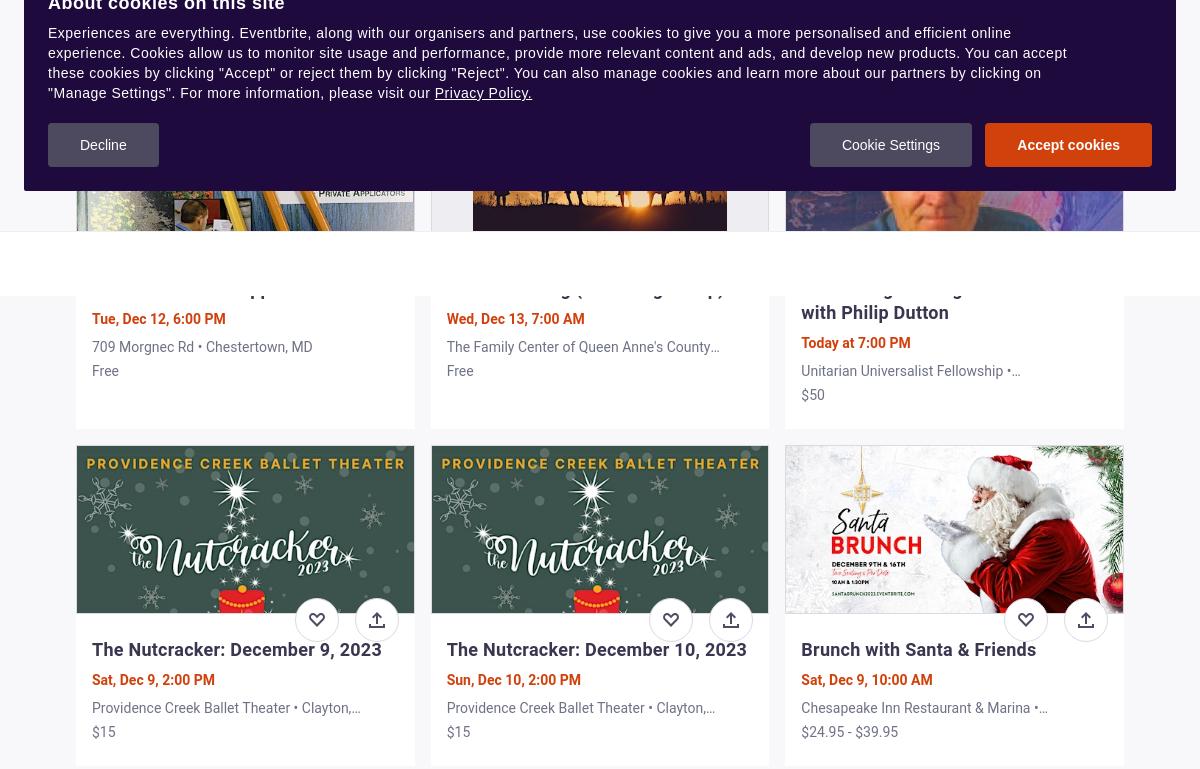 The image size is (1200, 769). I want to click on '$24.95 - $39.95', so click(800, 730).